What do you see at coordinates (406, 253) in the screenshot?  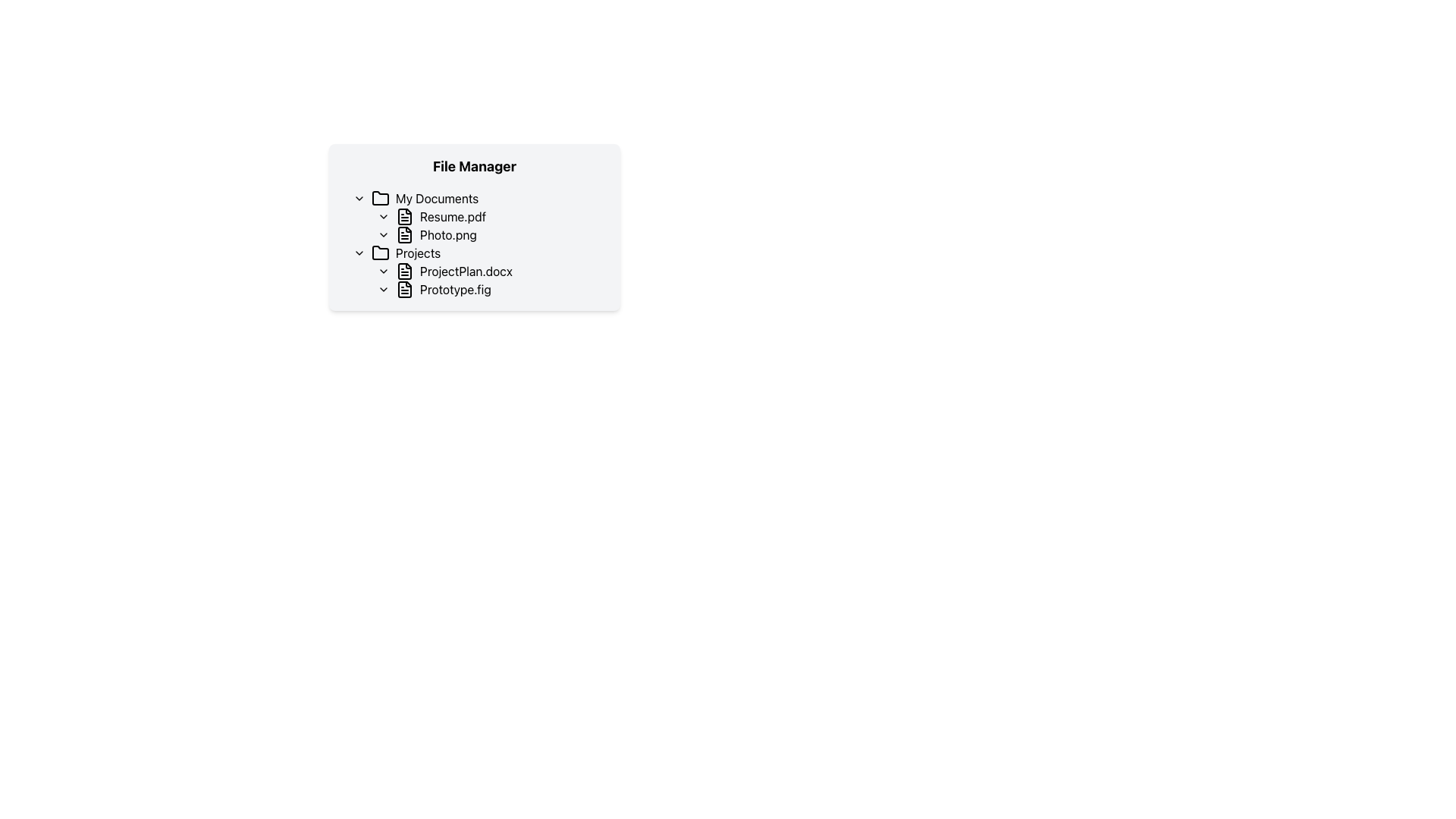 I see `the 'Projects' label with folder icon in the file manager interface` at bounding box center [406, 253].